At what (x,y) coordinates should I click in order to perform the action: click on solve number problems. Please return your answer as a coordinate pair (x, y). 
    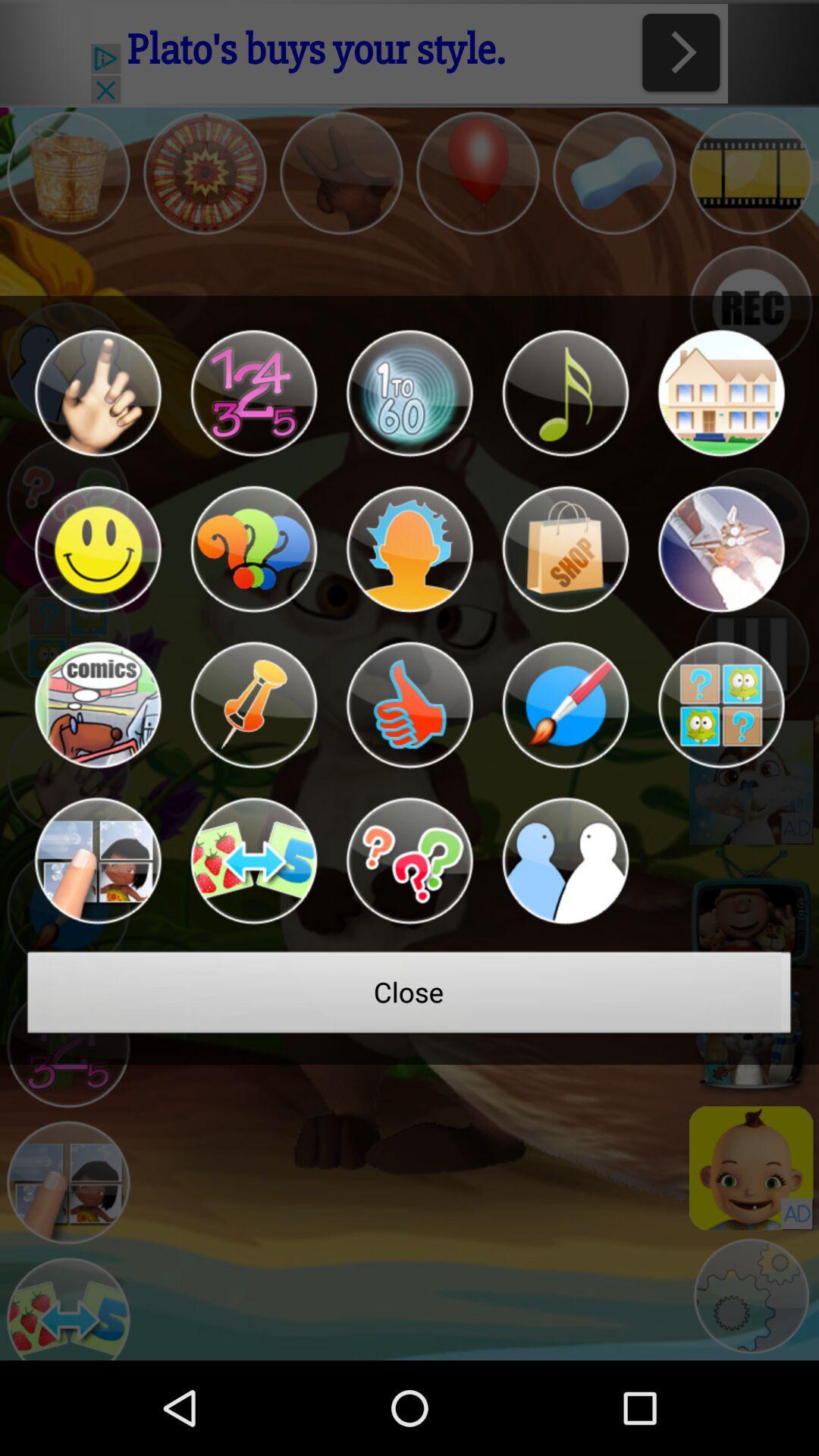
    Looking at the image, I should click on (253, 393).